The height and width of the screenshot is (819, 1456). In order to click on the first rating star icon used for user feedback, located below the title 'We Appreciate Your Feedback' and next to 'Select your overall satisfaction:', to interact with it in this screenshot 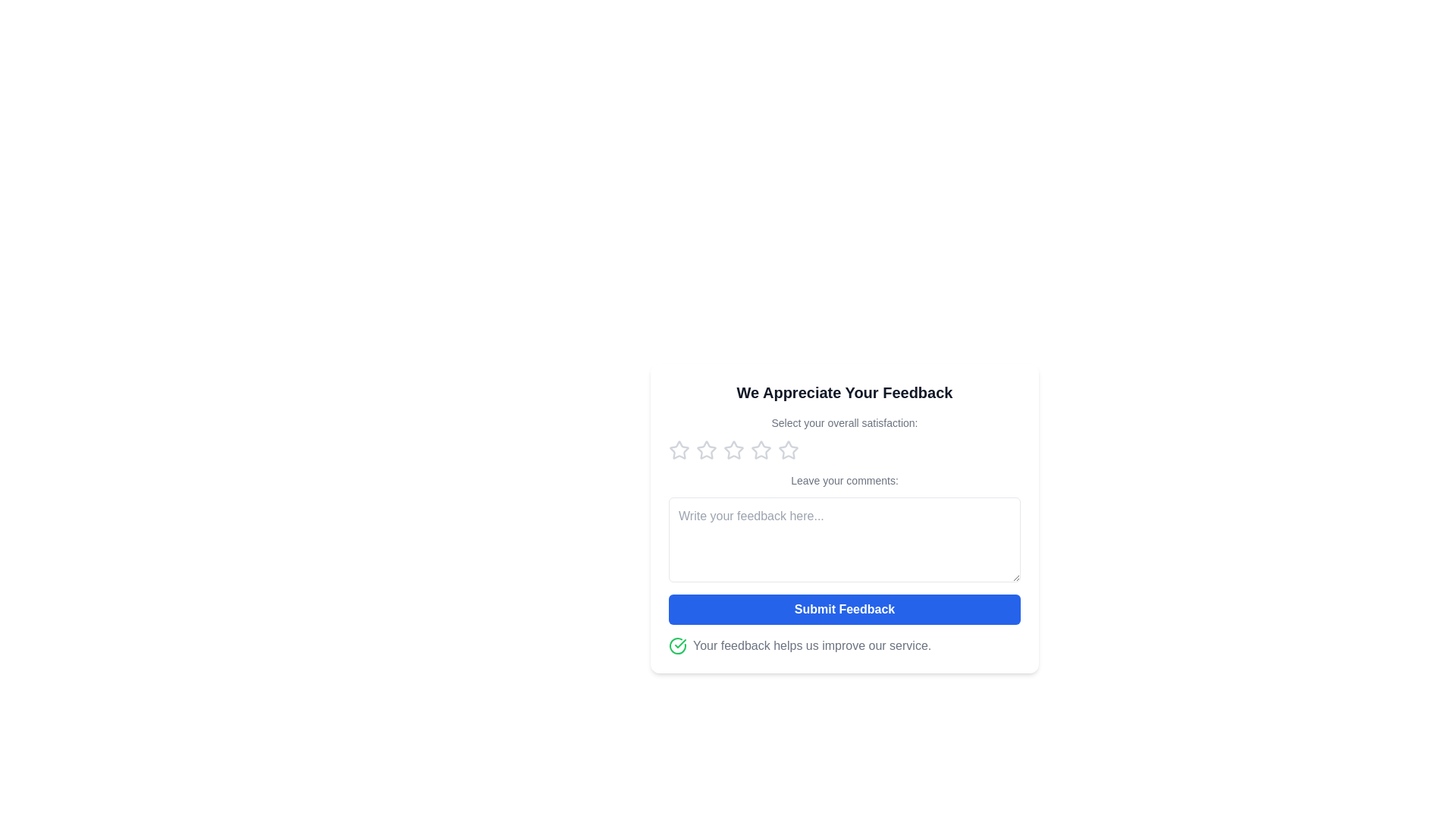, I will do `click(679, 450)`.